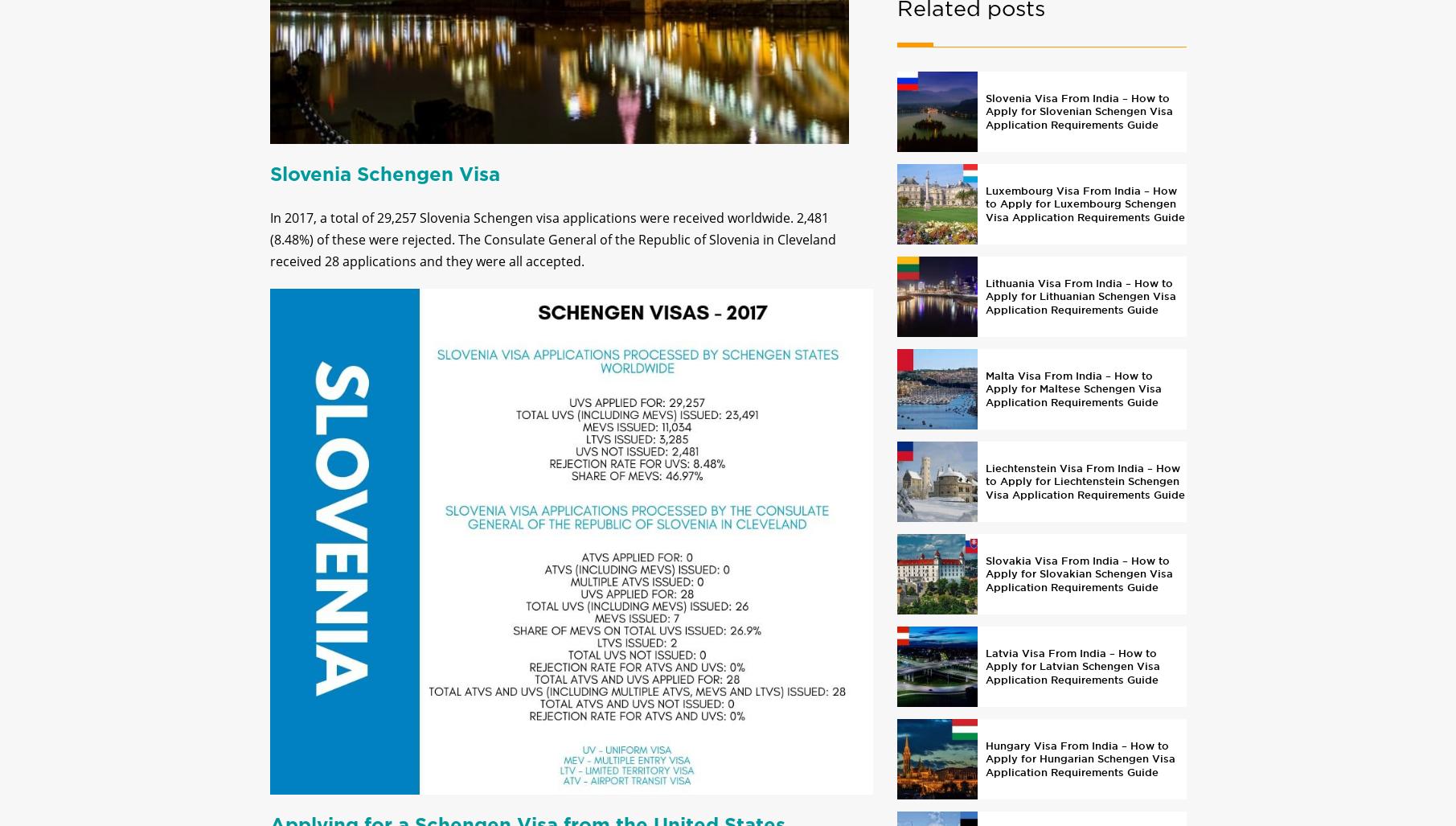 This screenshot has width=1456, height=826. What do you see at coordinates (984, 494) in the screenshot?
I see `'Liechtenstein Visa From India – How to Apply for Liechtenstein Schengen Visa Application Requirements Guide'` at bounding box center [984, 494].